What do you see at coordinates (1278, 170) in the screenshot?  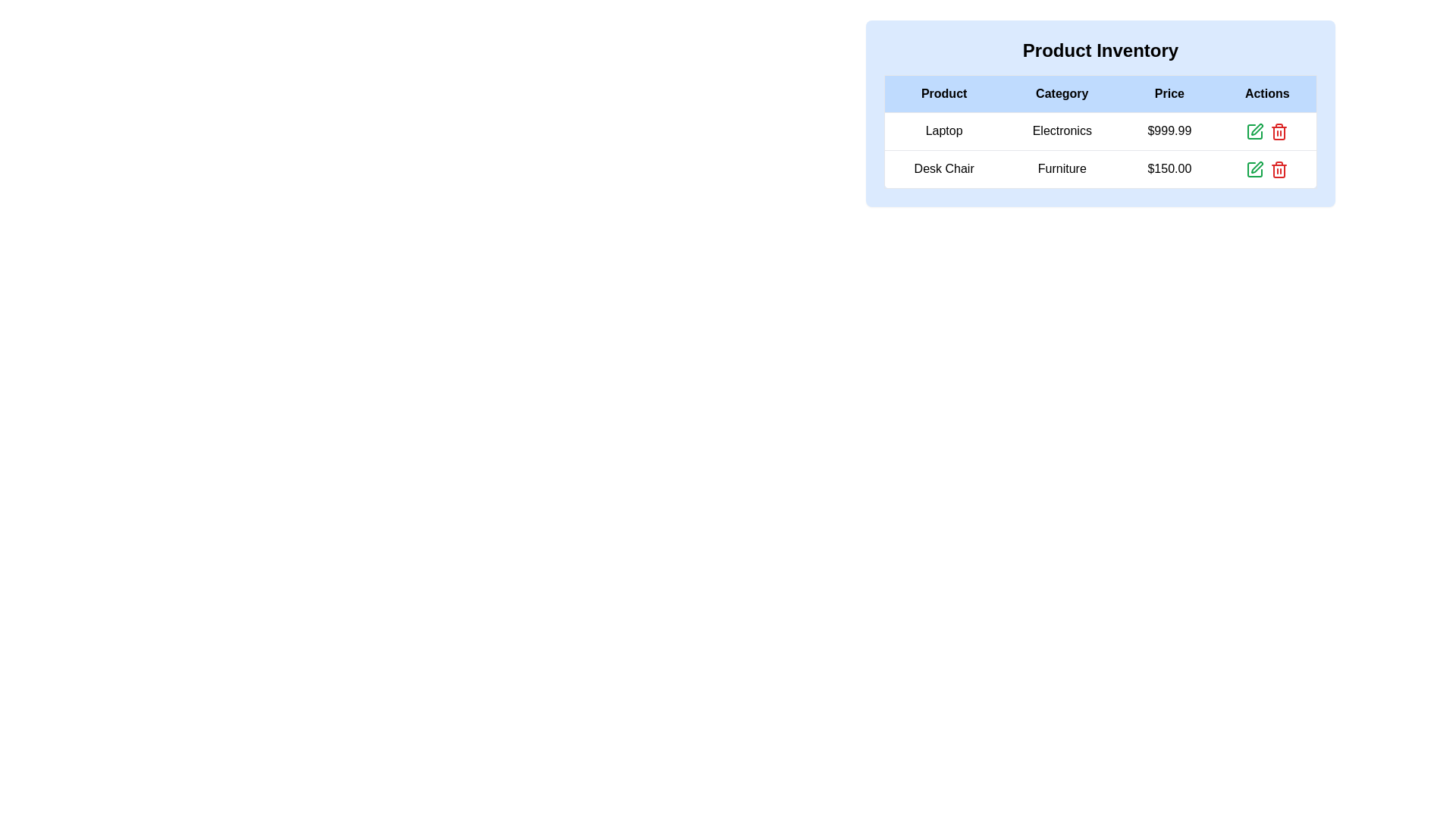 I see `the delete icon in the 'Actions' column of the second row in the 'Product Inventory' table` at bounding box center [1278, 170].